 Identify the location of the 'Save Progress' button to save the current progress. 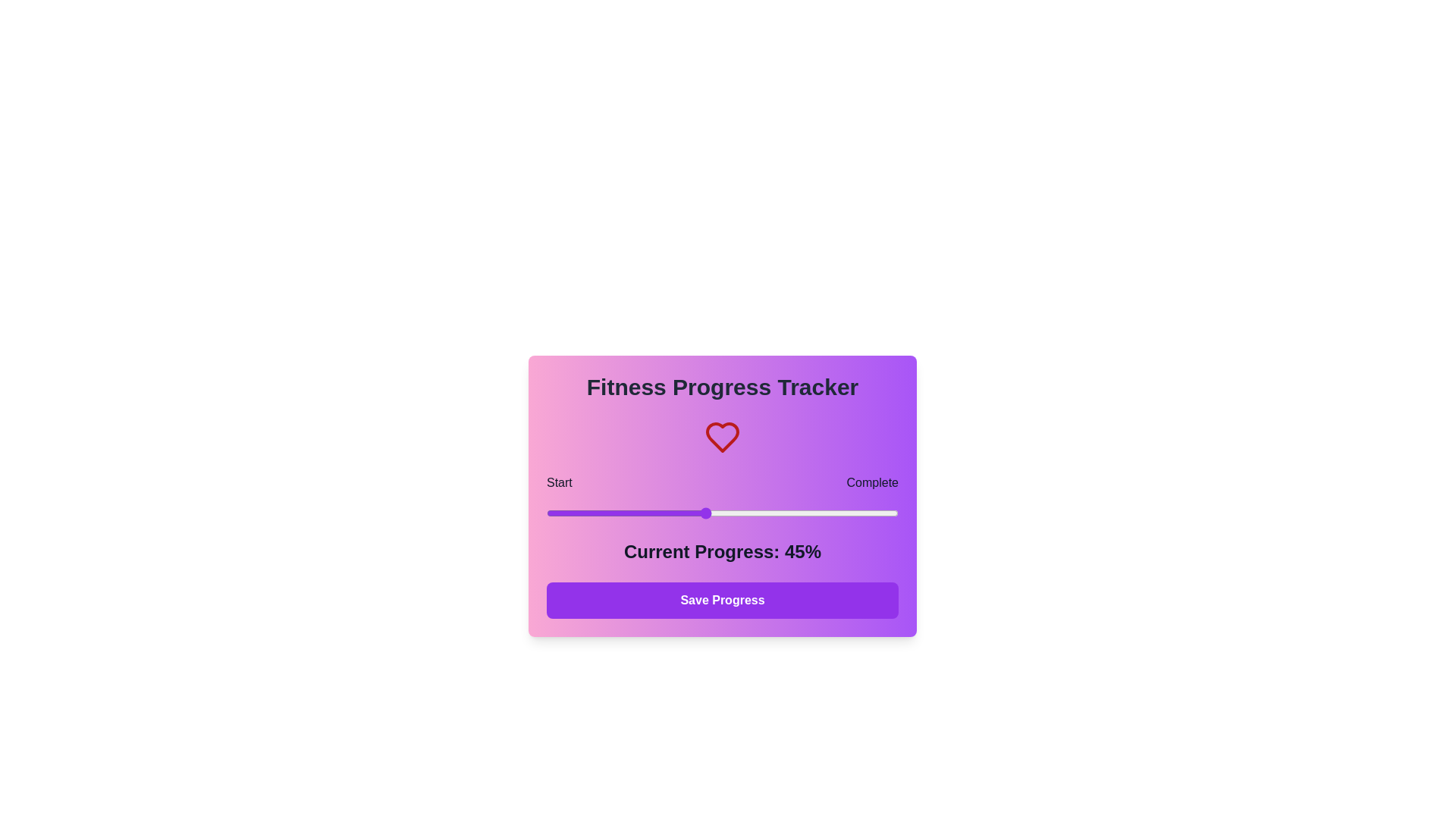
(722, 599).